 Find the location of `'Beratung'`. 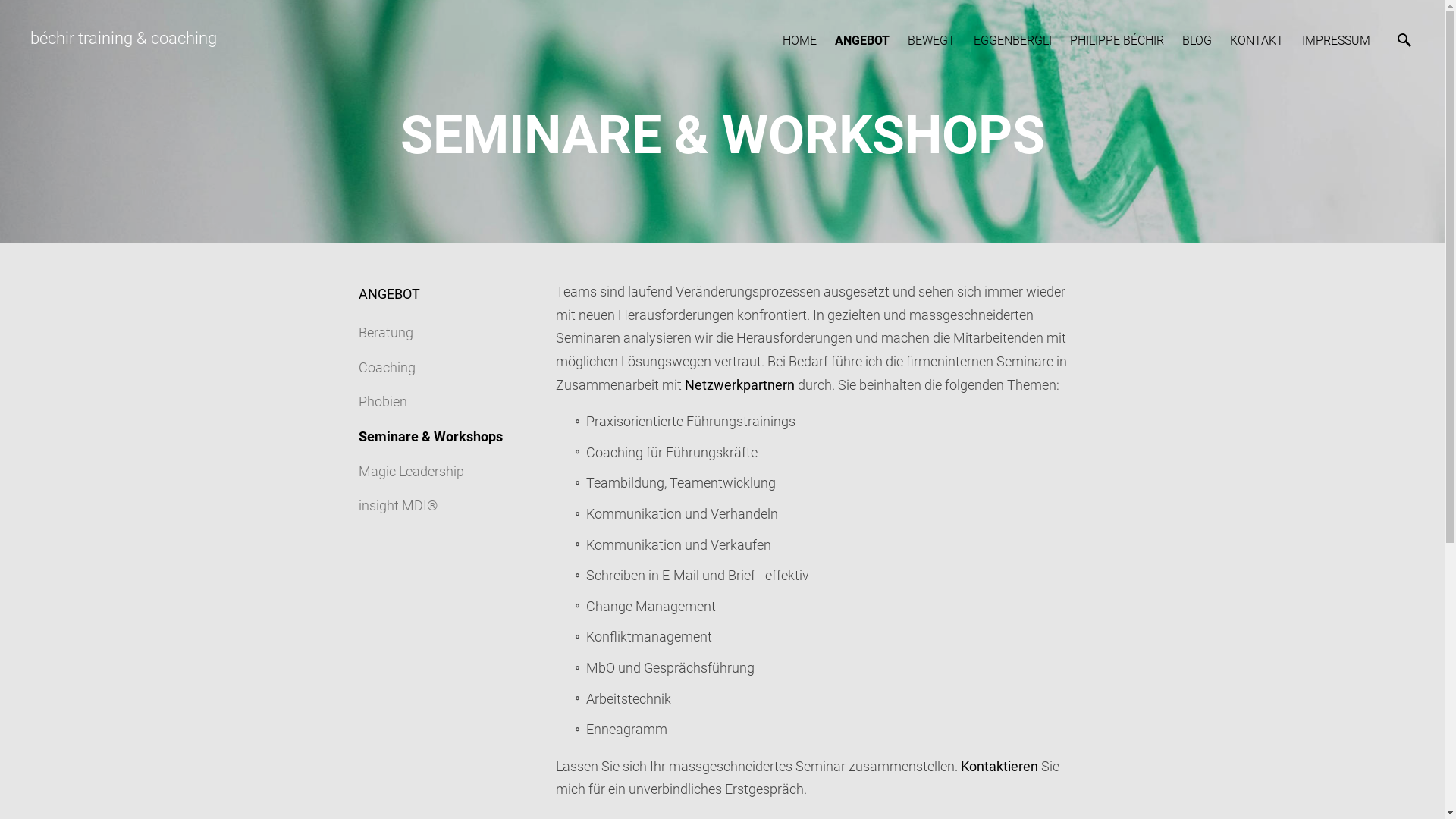

'Beratung' is located at coordinates (385, 331).